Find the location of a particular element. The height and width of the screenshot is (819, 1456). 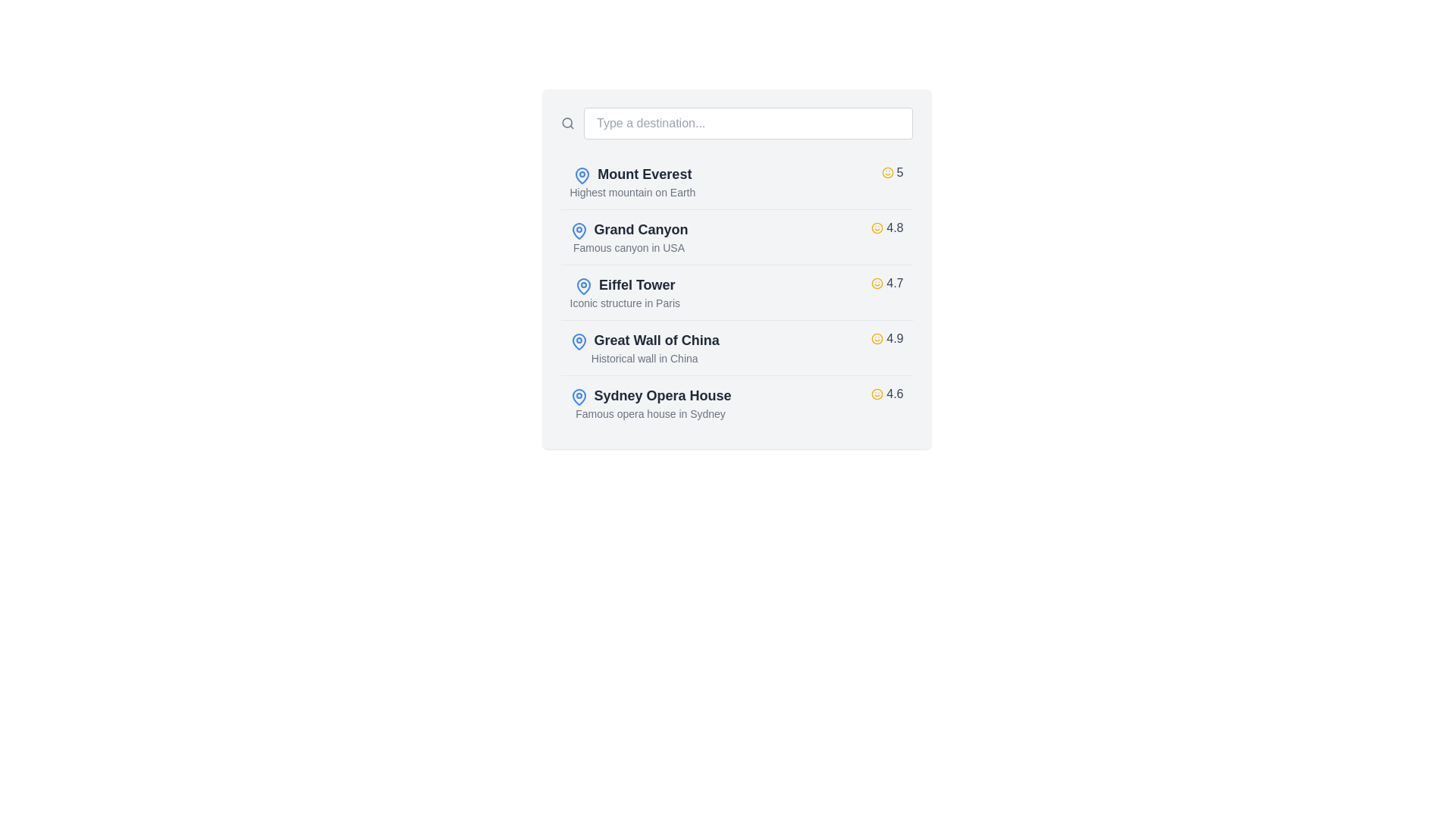

the second entry in the list, which is a blue map pin icon followed by bold text 'Grand Canyon' and smaller gray text 'Famous canyon in USA' is located at coordinates (629, 237).